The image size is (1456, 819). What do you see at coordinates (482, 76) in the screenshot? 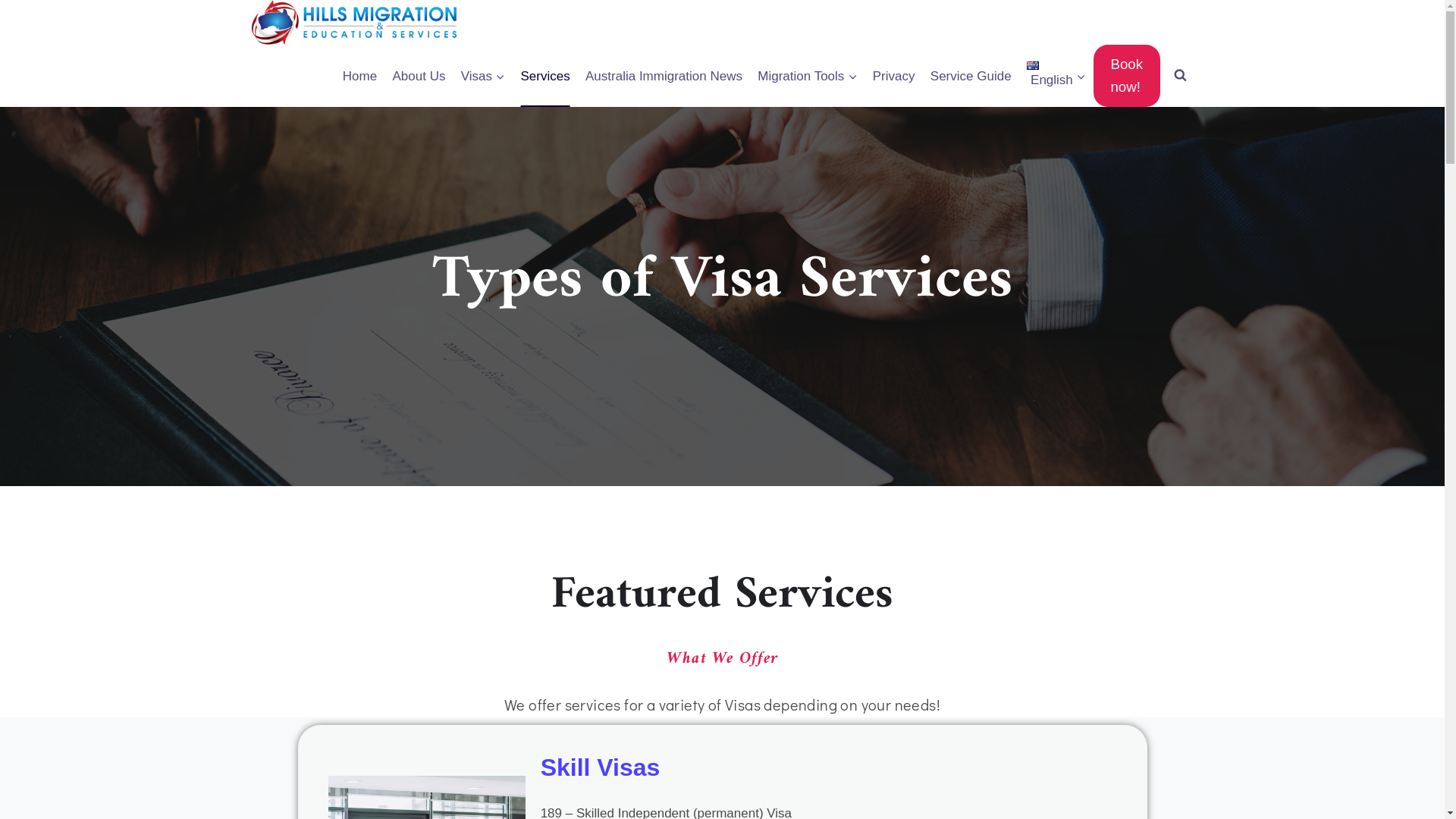
I see `'Visas'` at bounding box center [482, 76].